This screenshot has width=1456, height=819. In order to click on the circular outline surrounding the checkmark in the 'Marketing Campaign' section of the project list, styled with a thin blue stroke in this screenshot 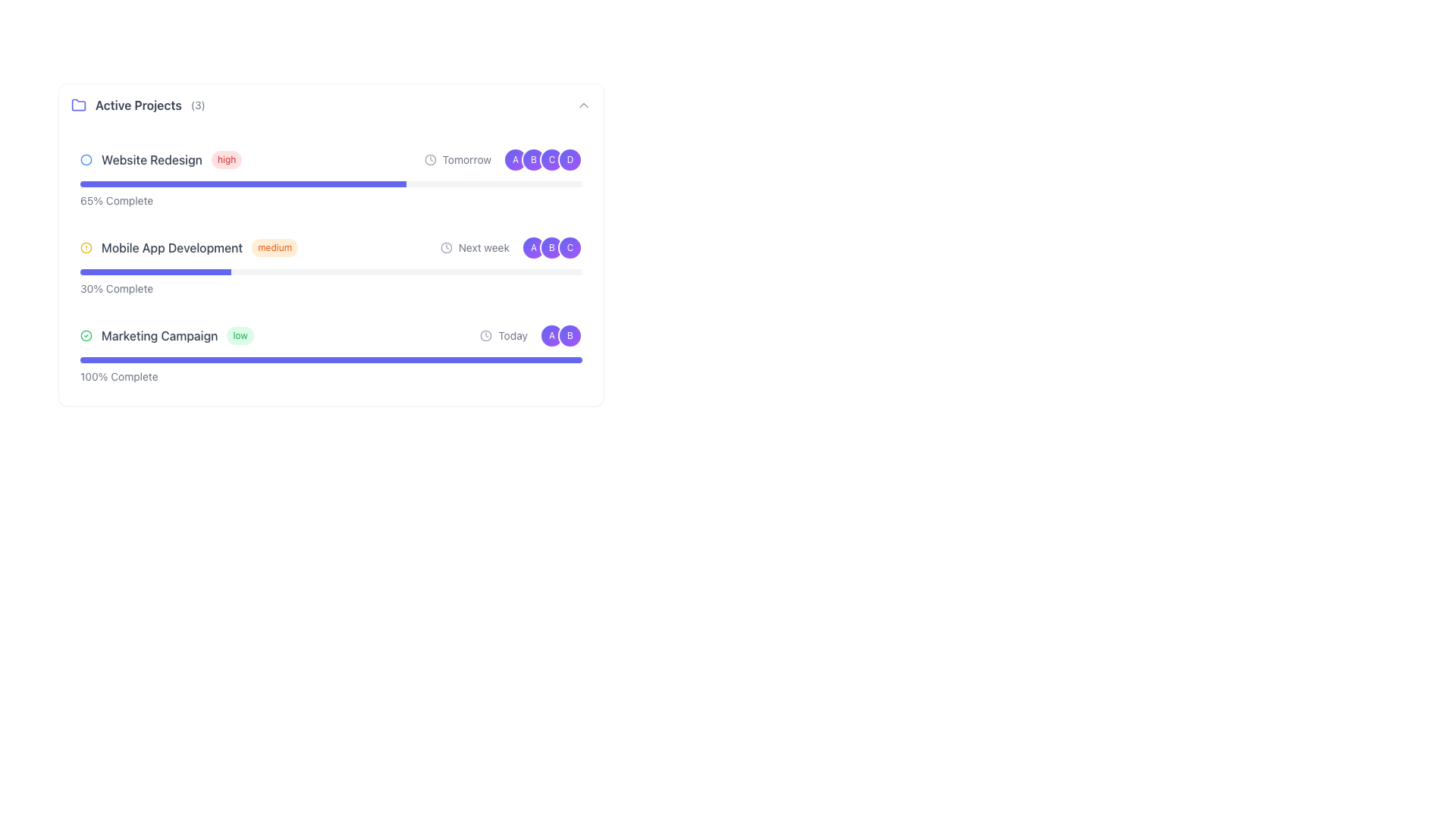, I will do `click(86, 160)`.